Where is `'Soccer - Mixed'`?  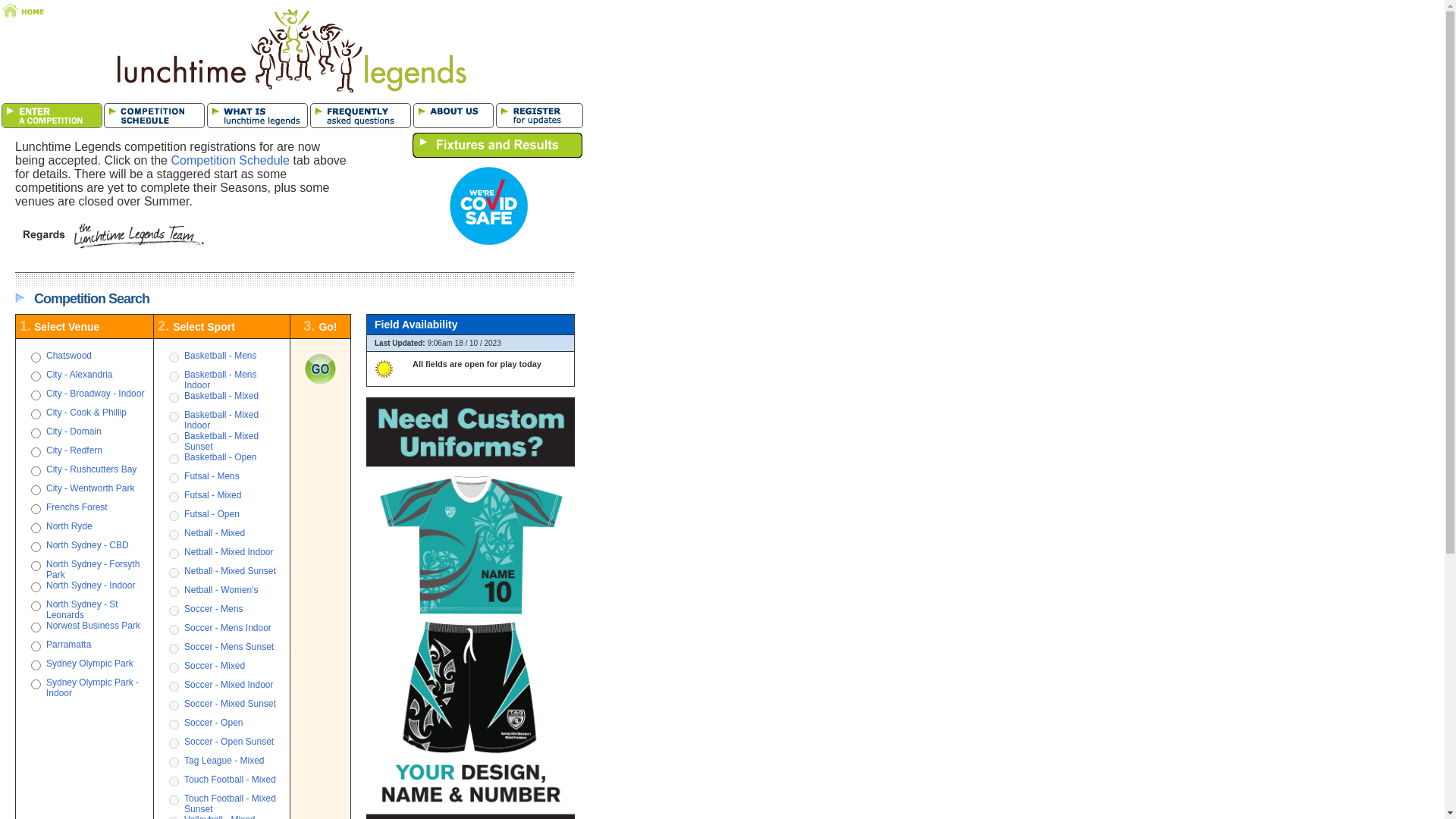
'Soccer - Mixed' is located at coordinates (214, 665).